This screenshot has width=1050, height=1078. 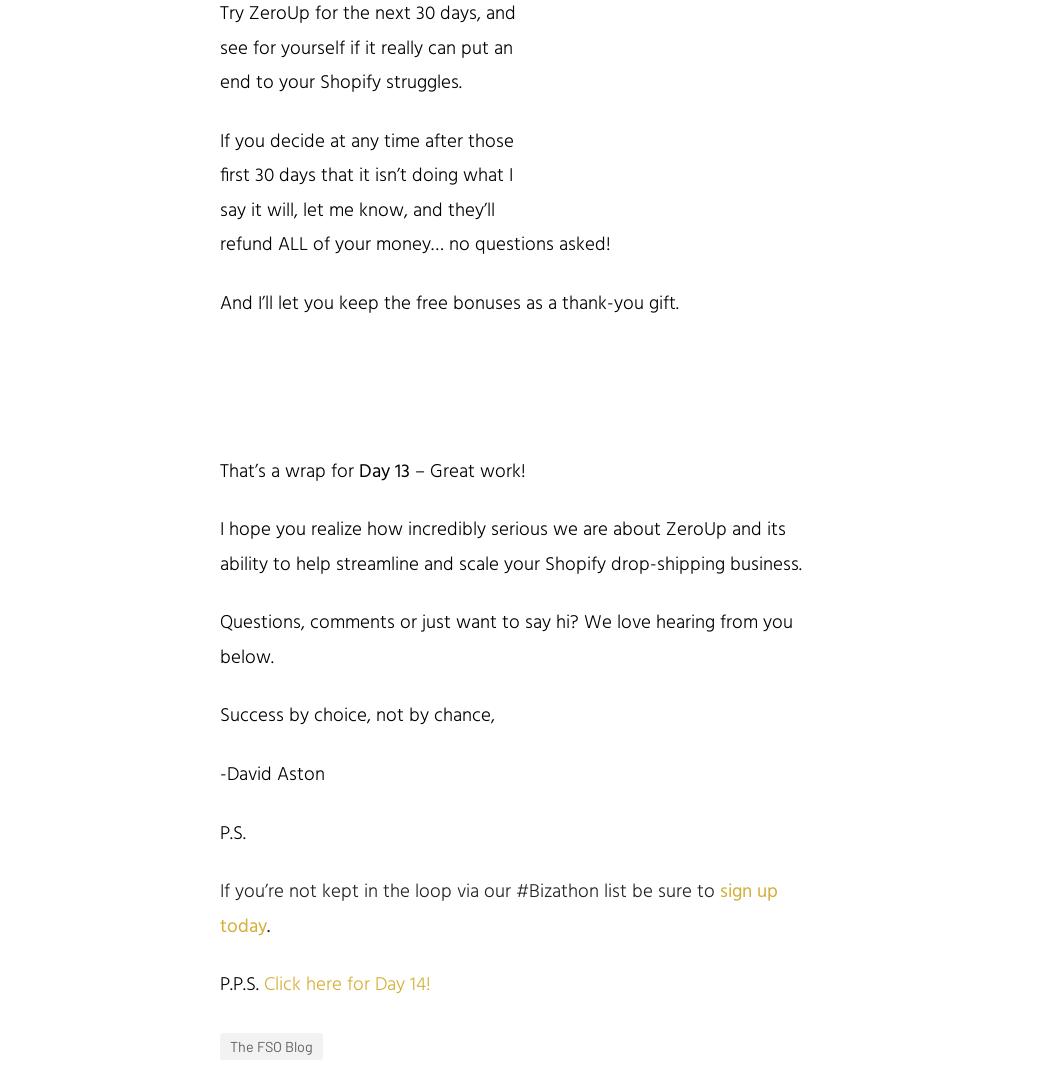 What do you see at coordinates (271, 773) in the screenshot?
I see `'-David Aston'` at bounding box center [271, 773].